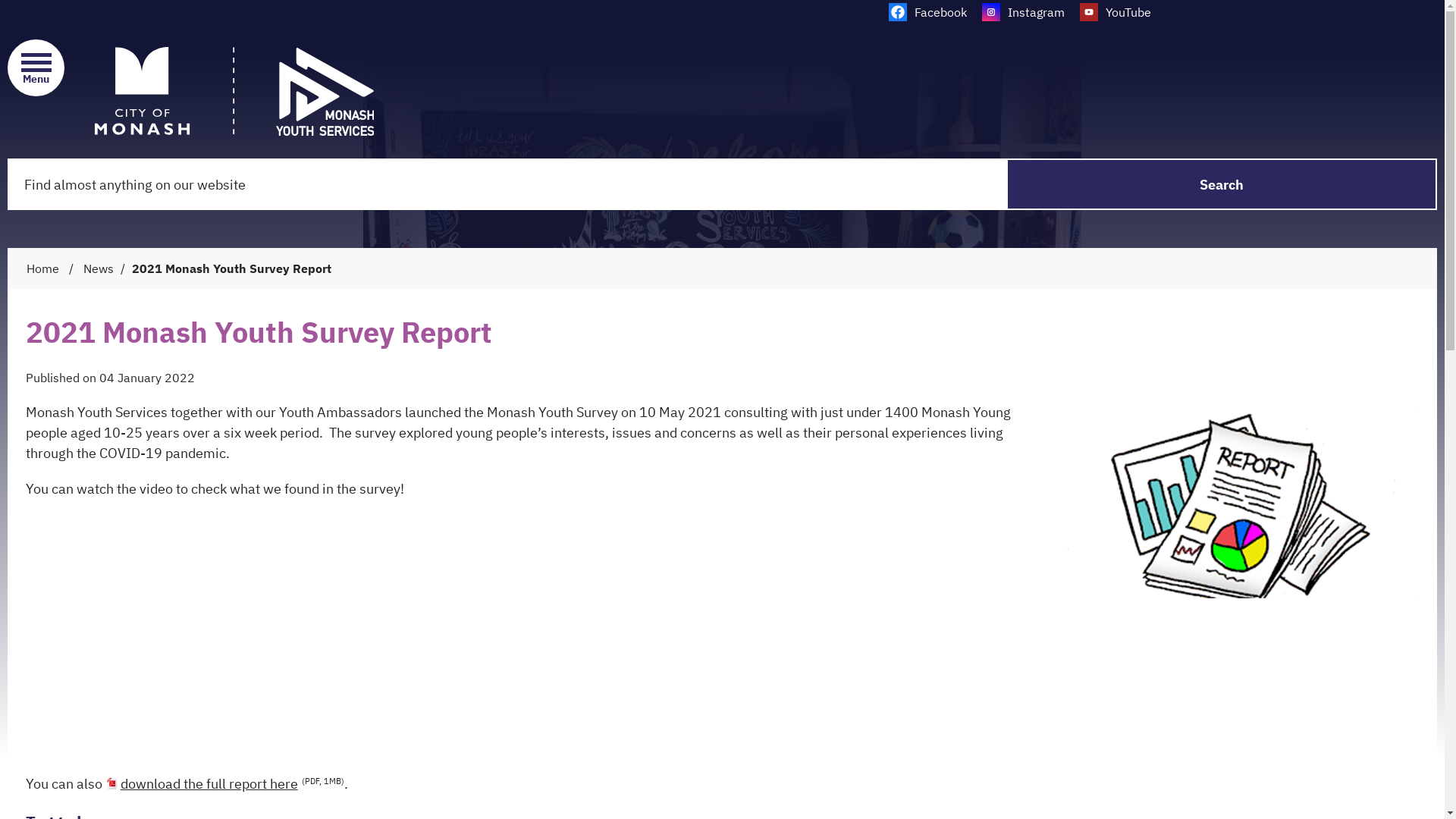 The image size is (1456, 819). What do you see at coordinates (93, 91) in the screenshot?
I see `'Home - City of Monash - Logo'` at bounding box center [93, 91].